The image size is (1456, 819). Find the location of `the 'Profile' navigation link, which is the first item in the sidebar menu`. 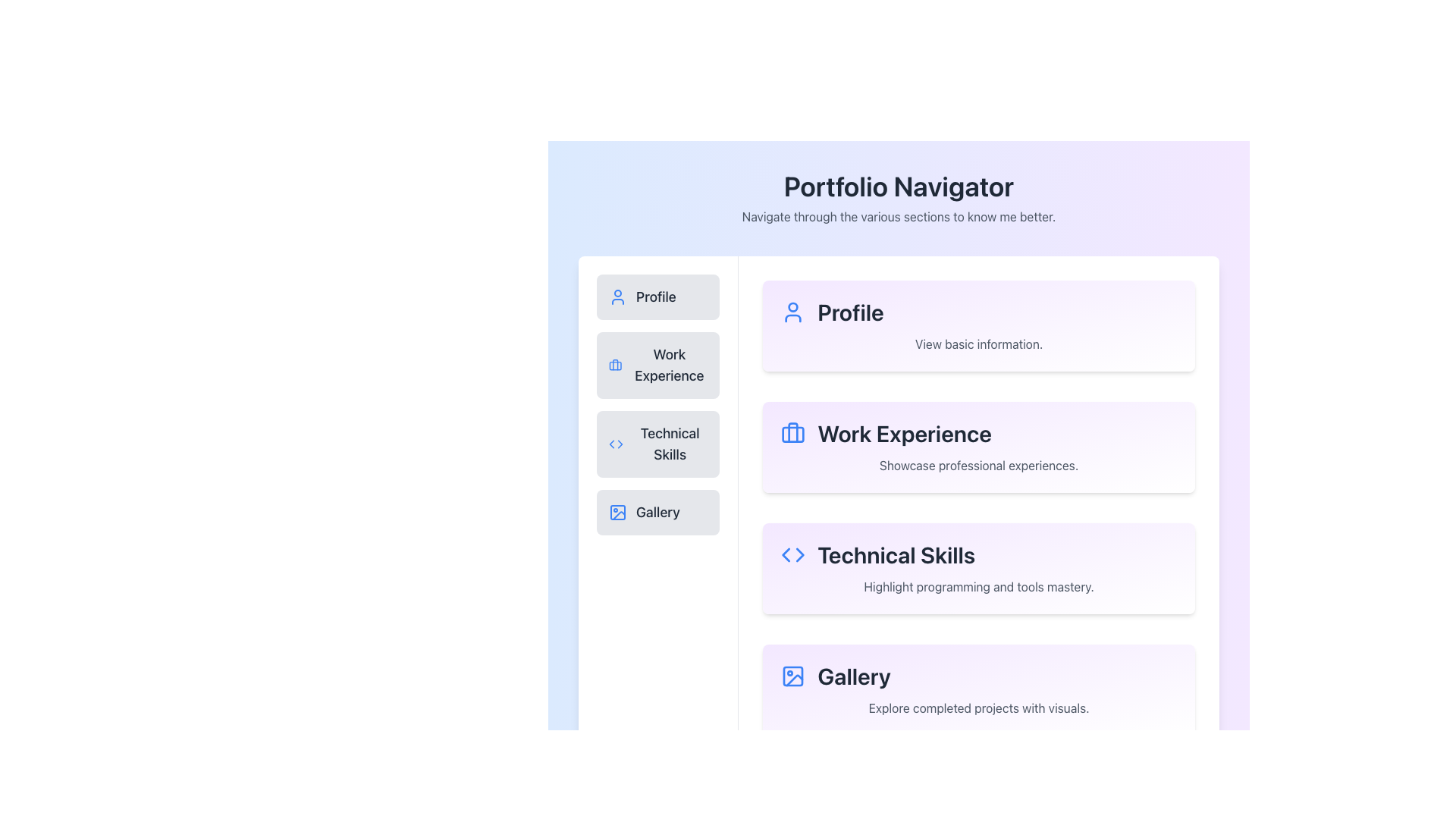

the 'Profile' navigation link, which is the first item in the sidebar menu is located at coordinates (658, 297).